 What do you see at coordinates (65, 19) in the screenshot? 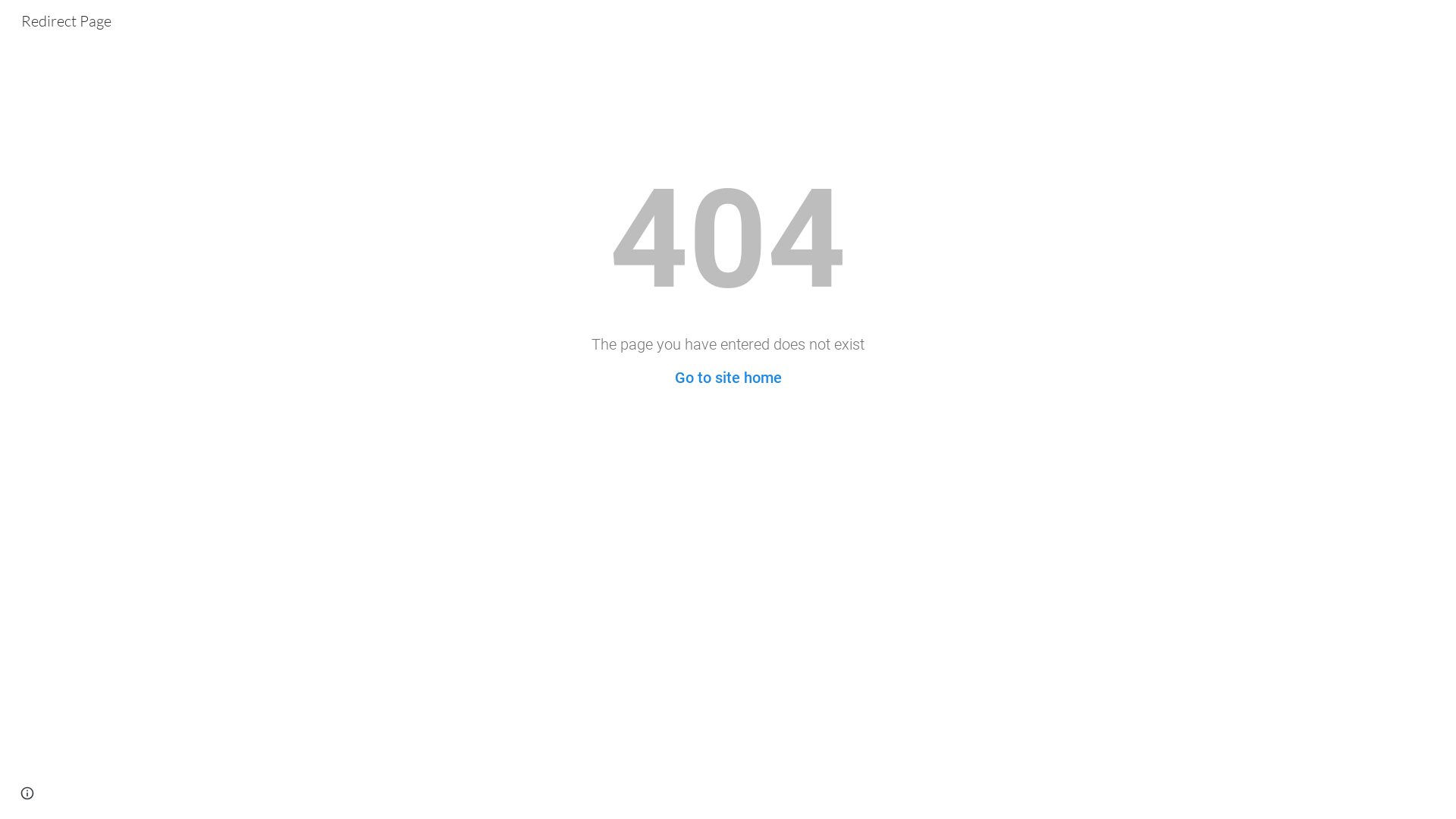
I see `'Redirect Page'` at bounding box center [65, 19].